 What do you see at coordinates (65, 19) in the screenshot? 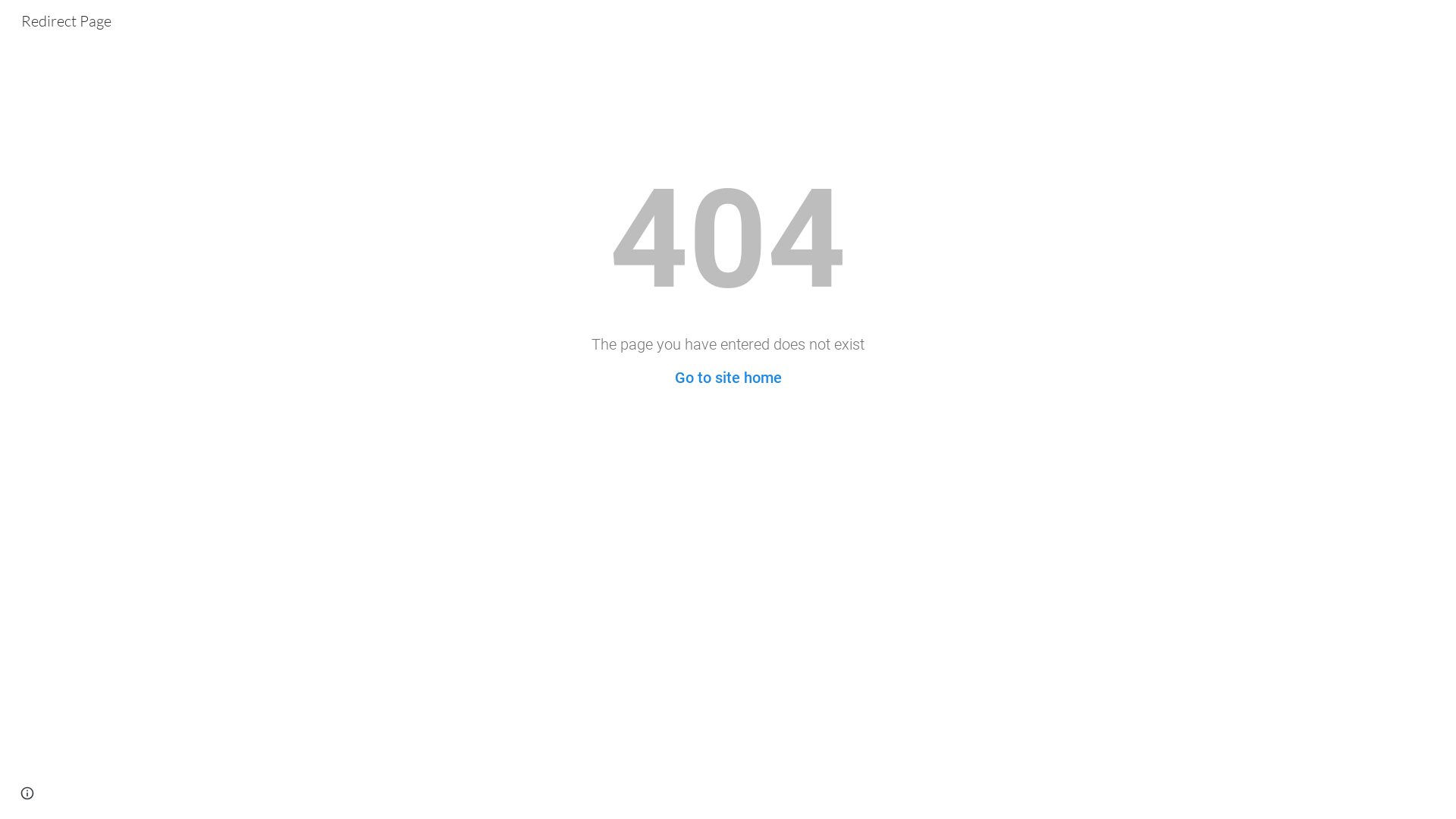
I see `'Redirect Page'` at bounding box center [65, 19].